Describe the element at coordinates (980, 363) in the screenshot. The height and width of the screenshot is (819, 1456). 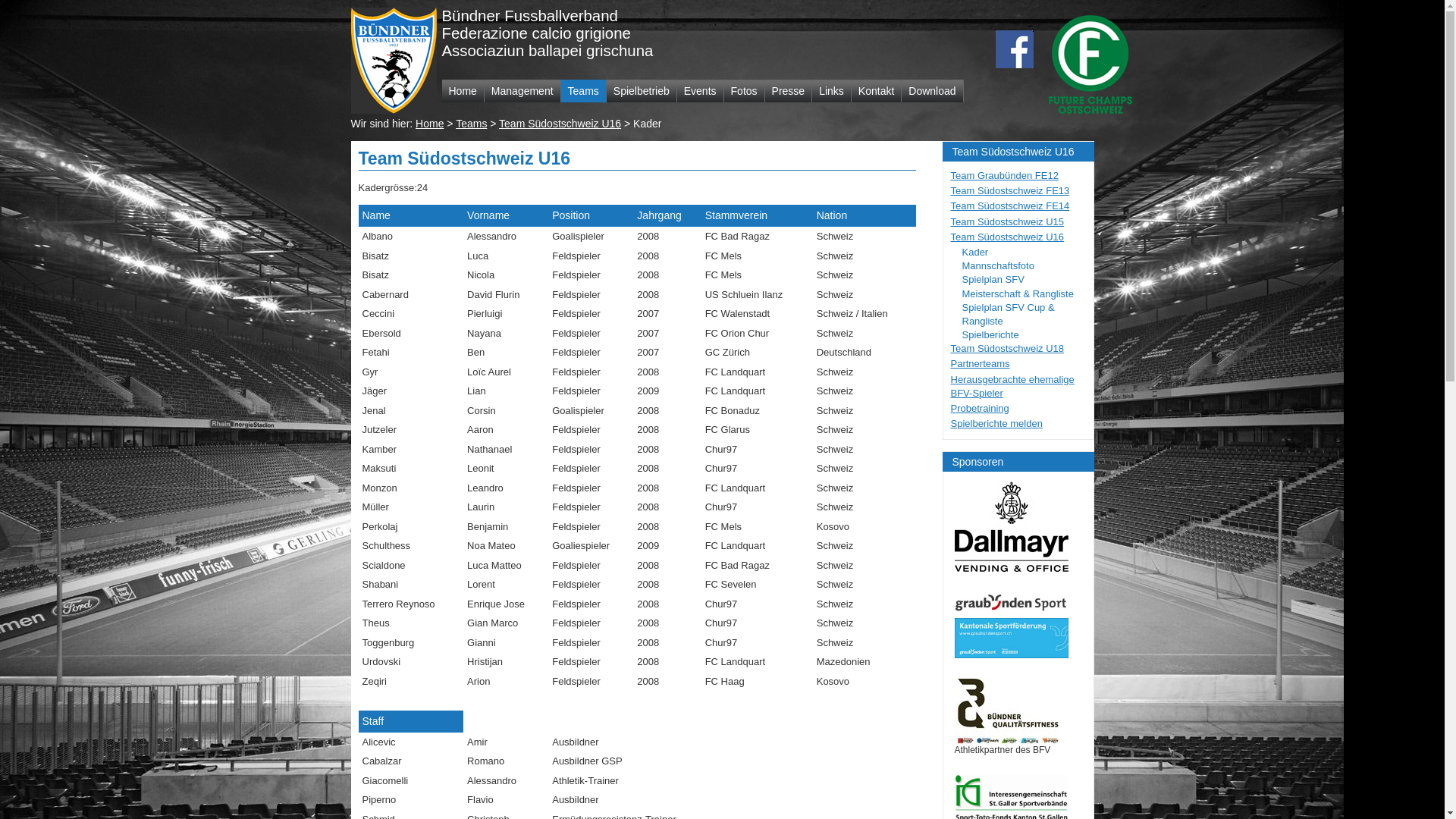
I see `'Partnerteams'` at that location.